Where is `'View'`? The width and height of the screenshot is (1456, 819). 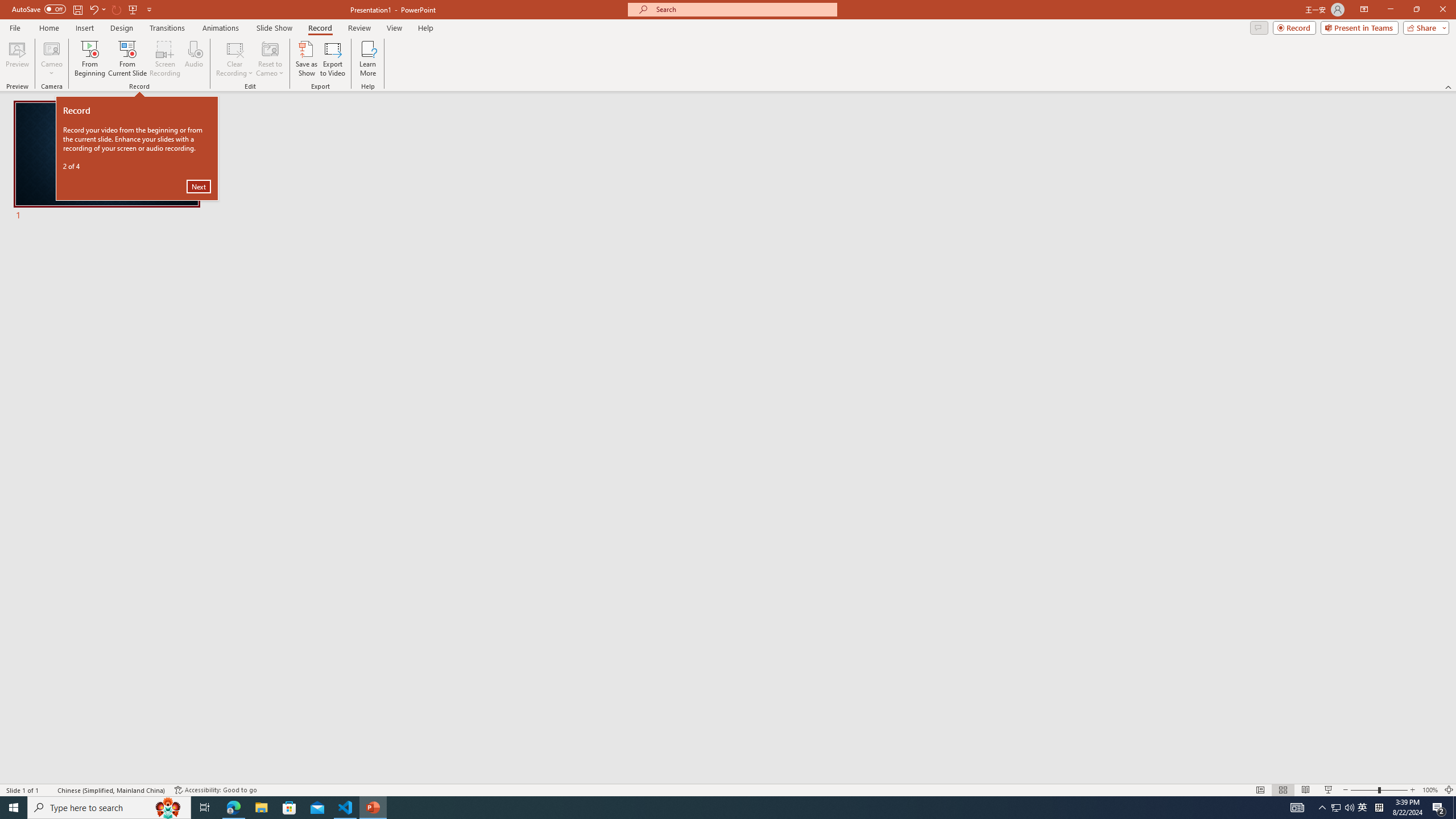 'View' is located at coordinates (395, 28).